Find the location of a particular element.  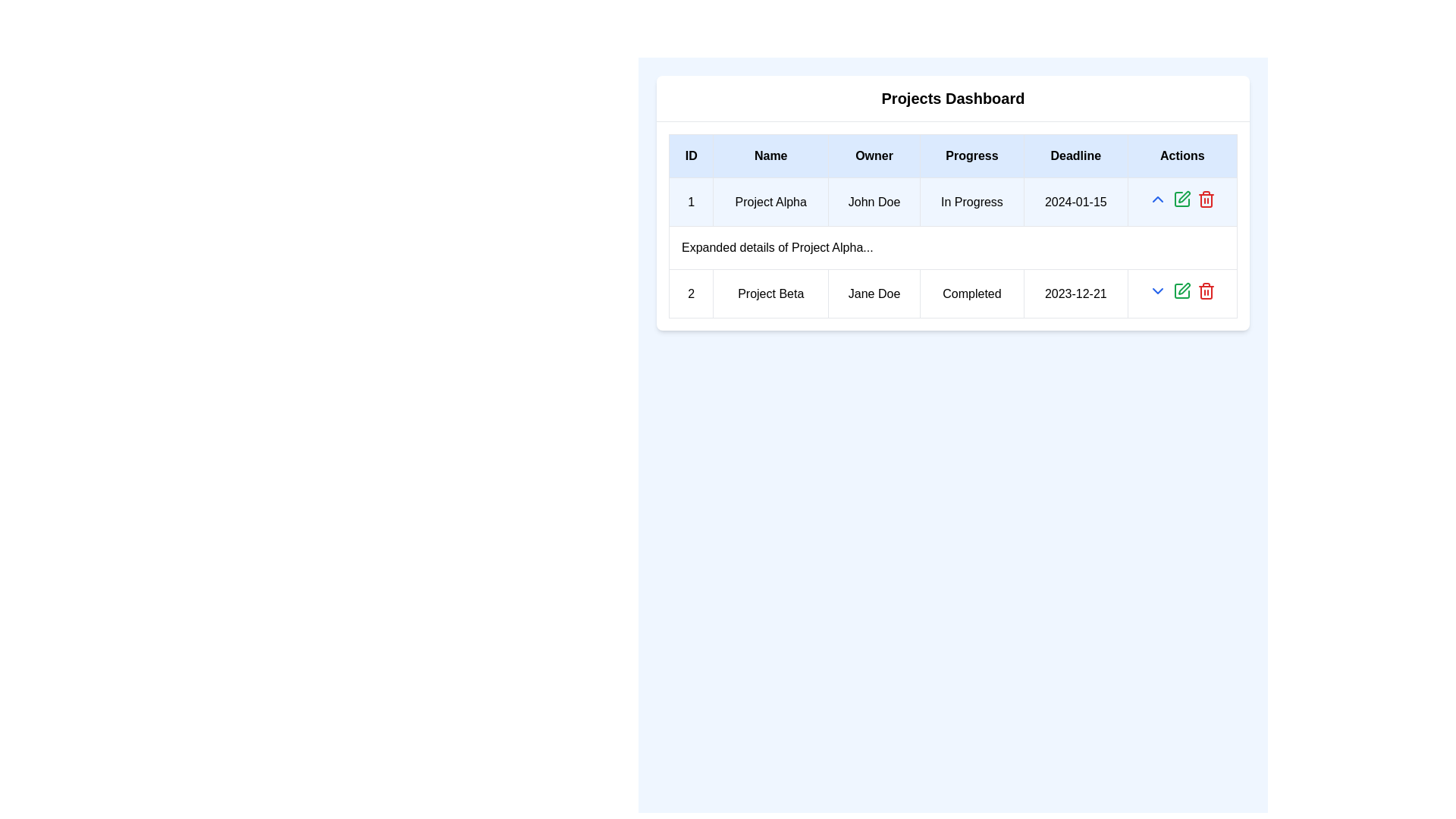

the trash bin icon located is located at coordinates (1206, 200).